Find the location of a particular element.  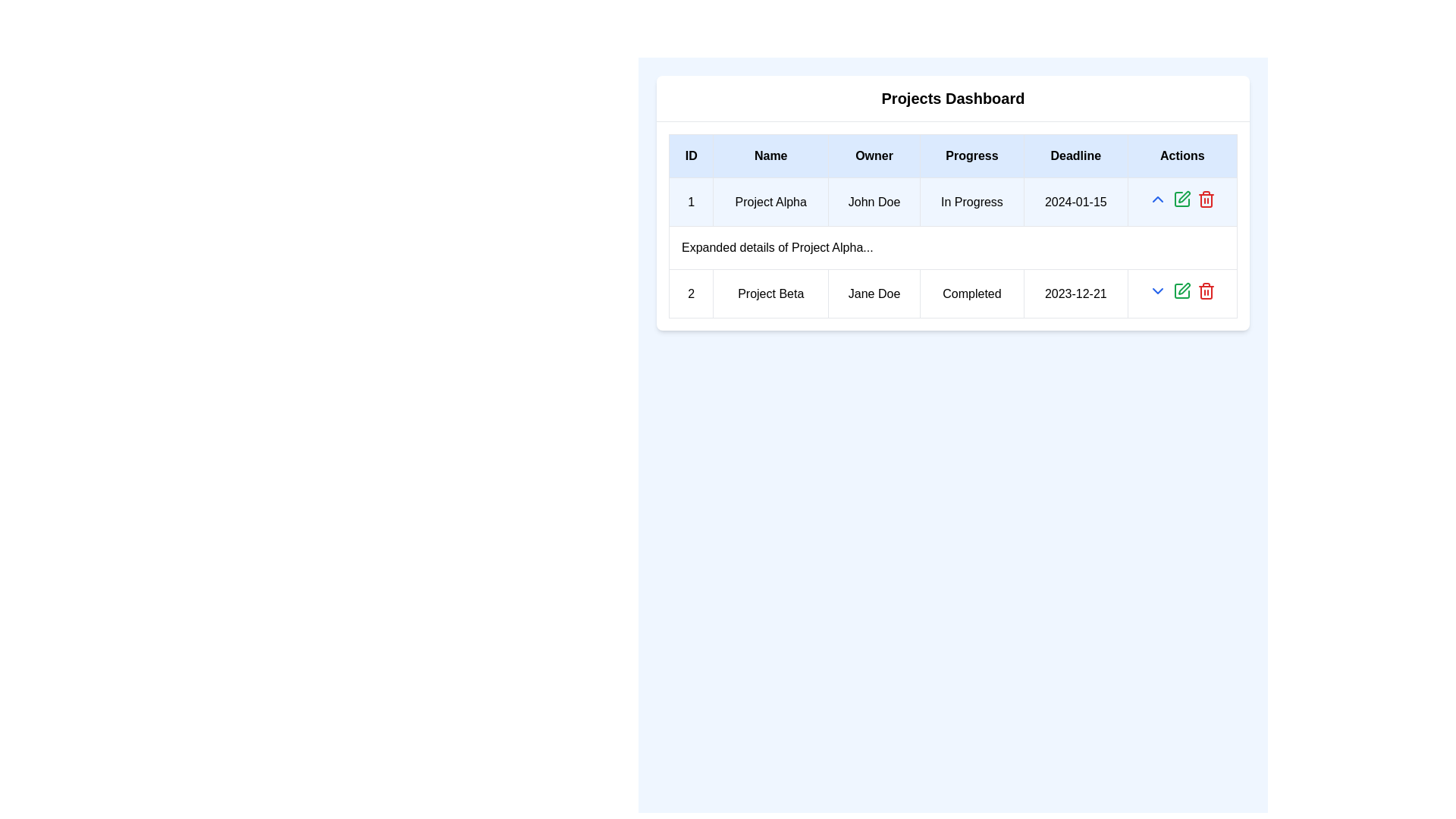

the trash bin icon located is located at coordinates (1206, 200).